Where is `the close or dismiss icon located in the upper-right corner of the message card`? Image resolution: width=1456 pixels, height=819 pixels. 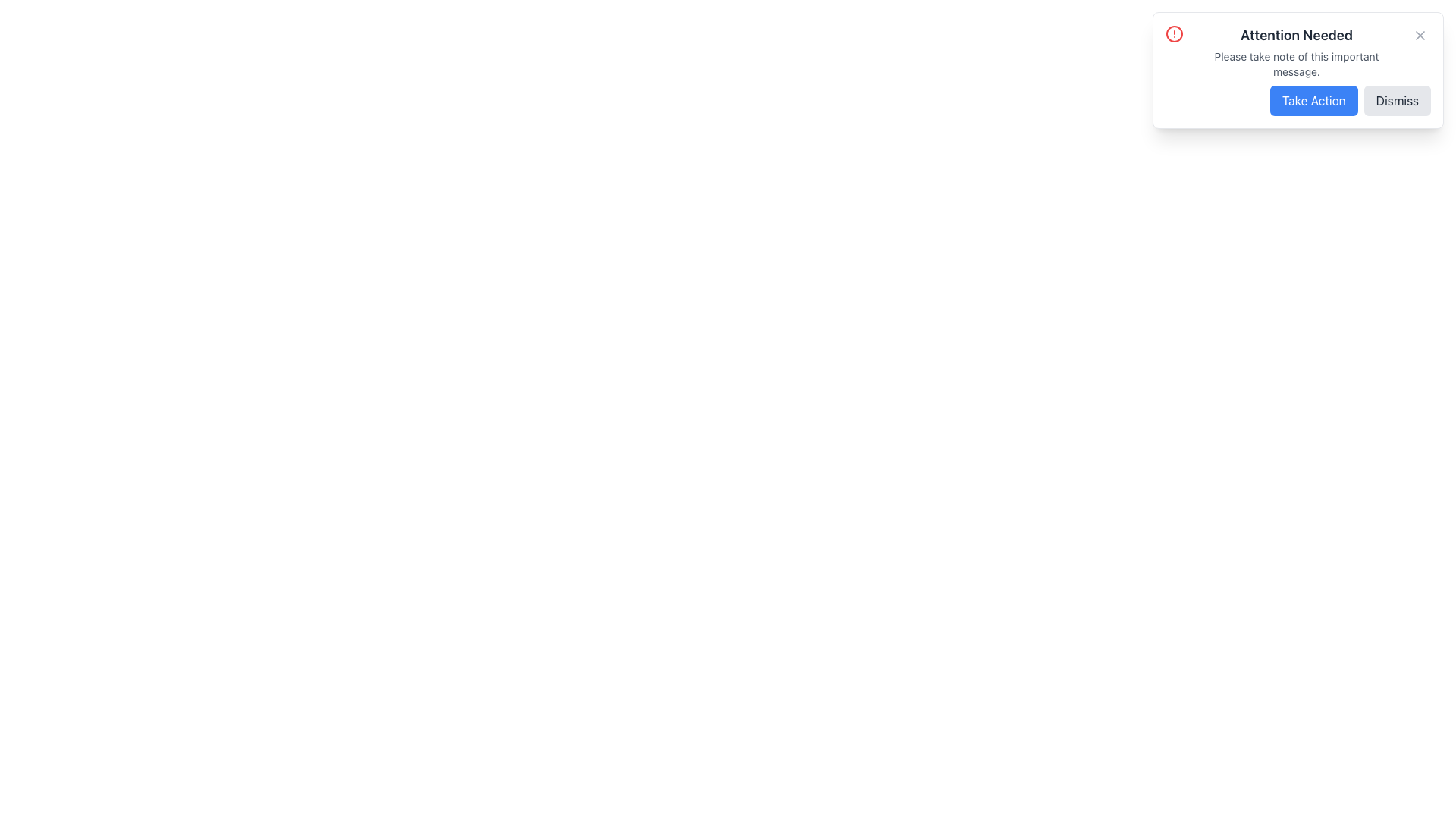 the close or dismiss icon located in the upper-right corner of the message card is located at coordinates (1419, 34).